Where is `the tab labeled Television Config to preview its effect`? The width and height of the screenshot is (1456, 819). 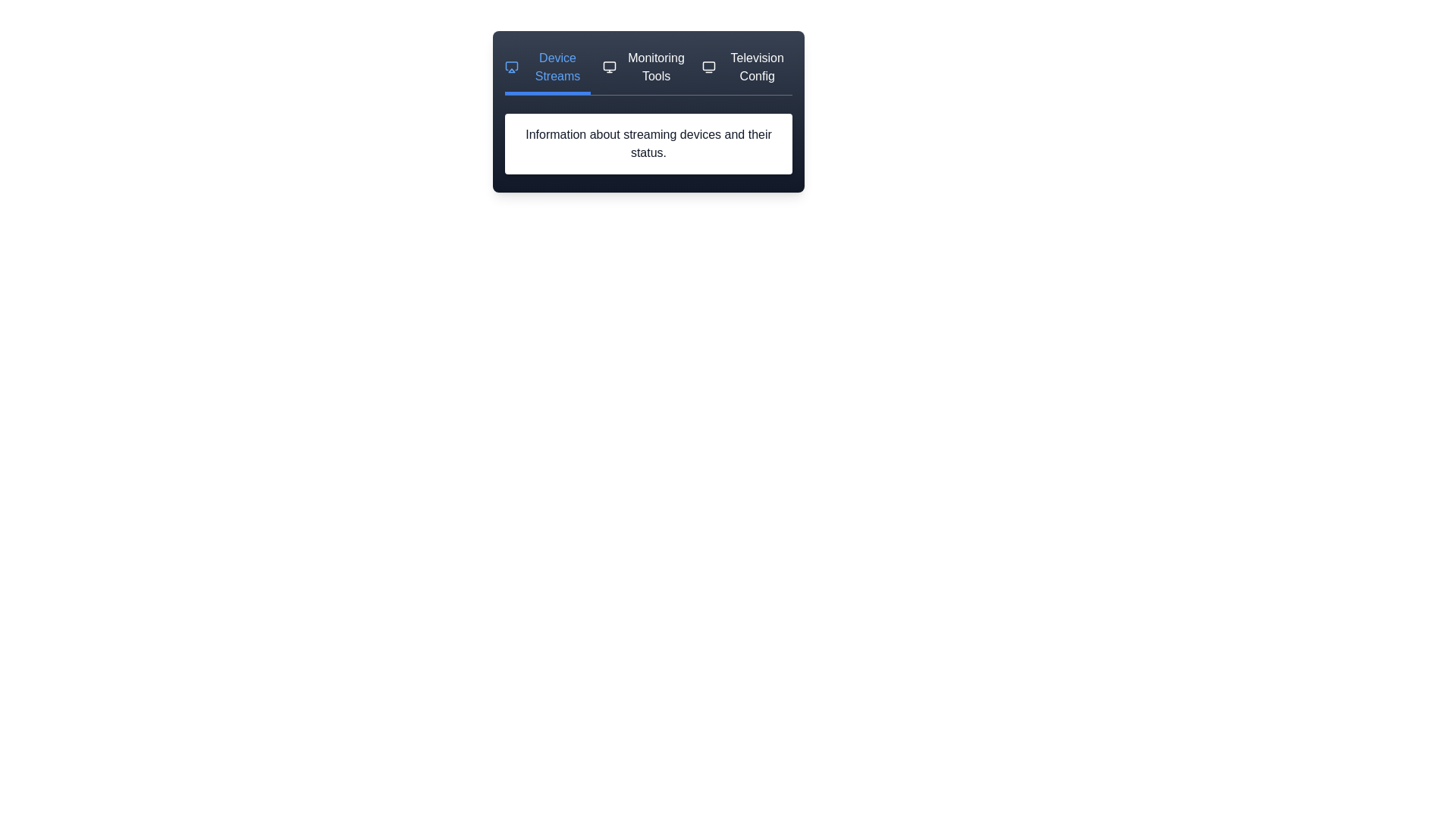
the tab labeled Television Config to preview its effect is located at coordinates (746, 72).